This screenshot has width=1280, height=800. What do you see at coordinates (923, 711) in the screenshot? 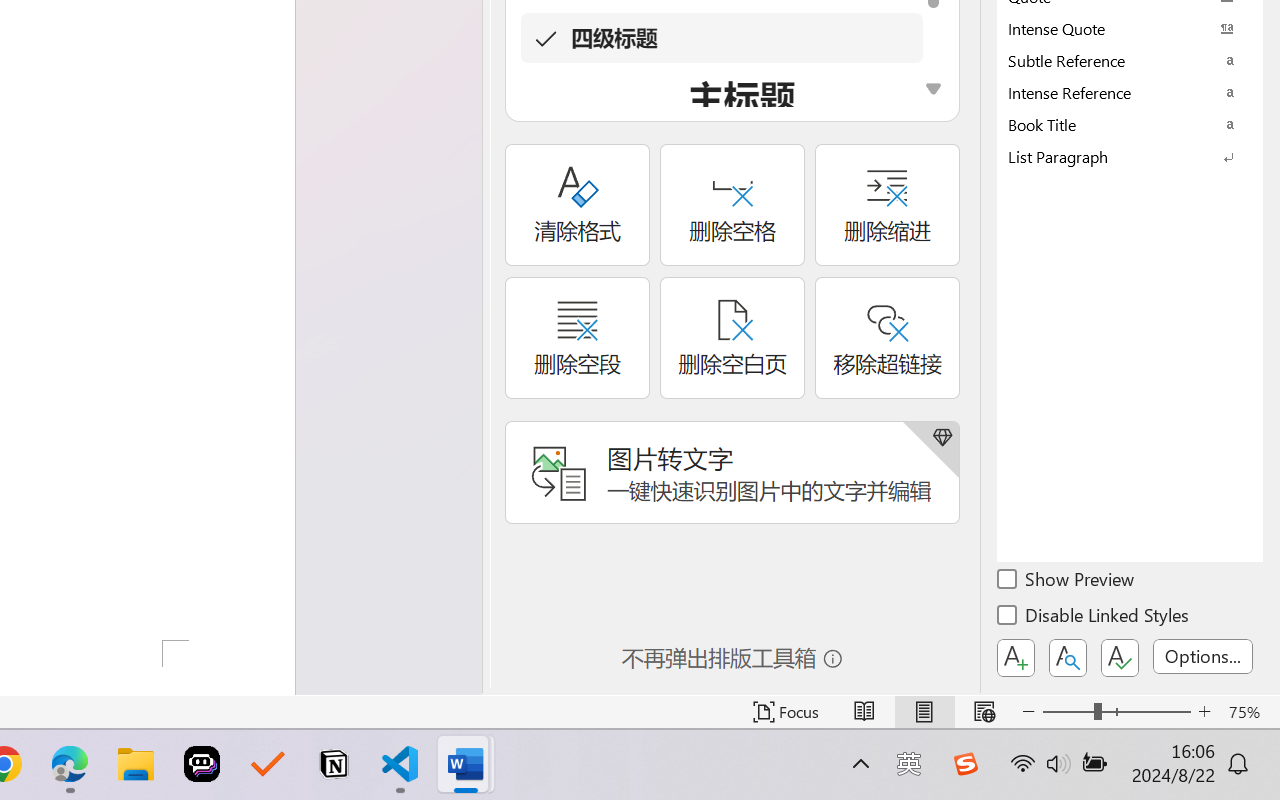
I see `'Print Layout'` at bounding box center [923, 711].